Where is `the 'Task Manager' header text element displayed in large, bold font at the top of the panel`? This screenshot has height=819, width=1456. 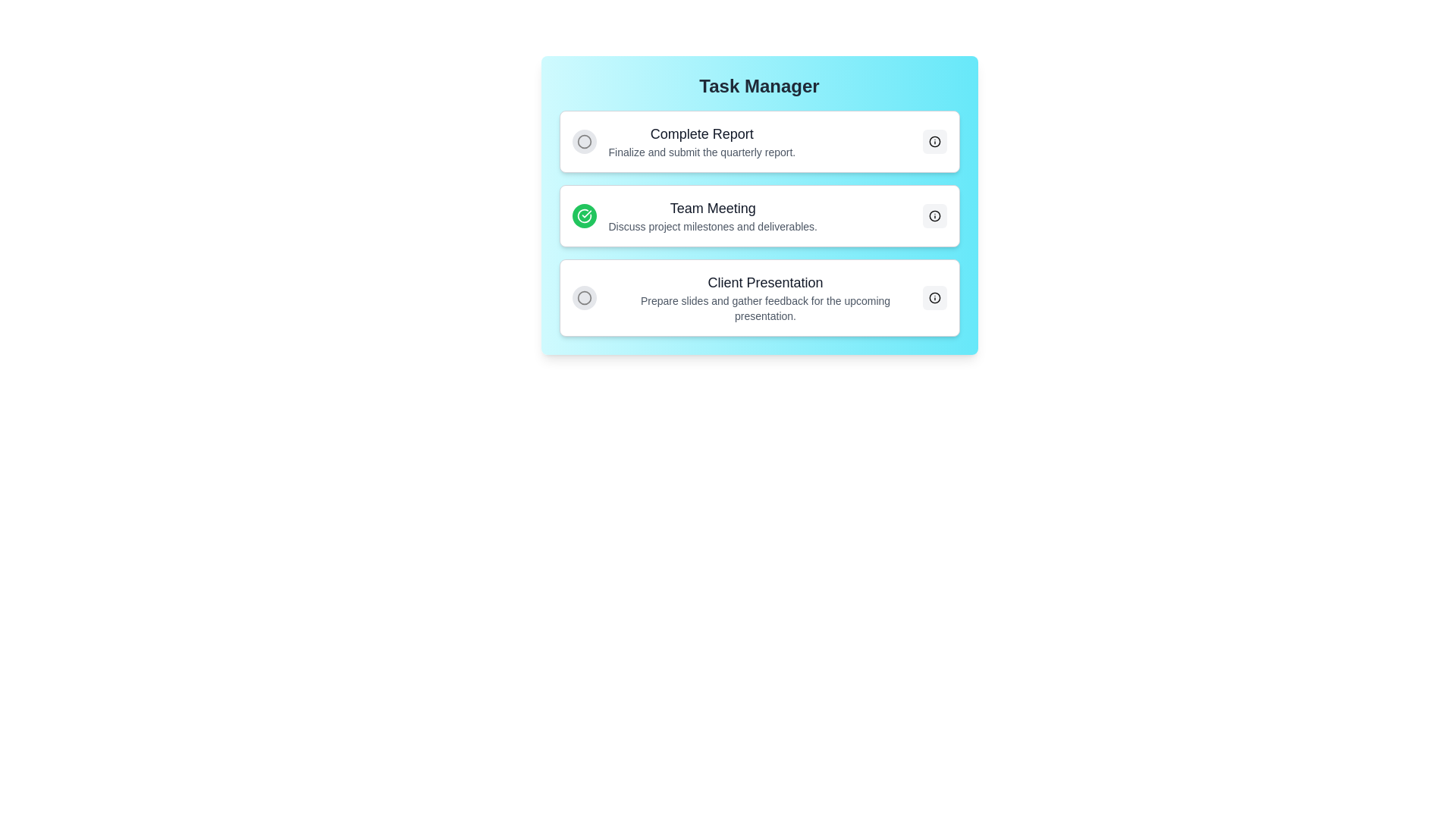 the 'Task Manager' header text element displayed in large, bold font at the top of the panel is located at coordinates (759, 86).